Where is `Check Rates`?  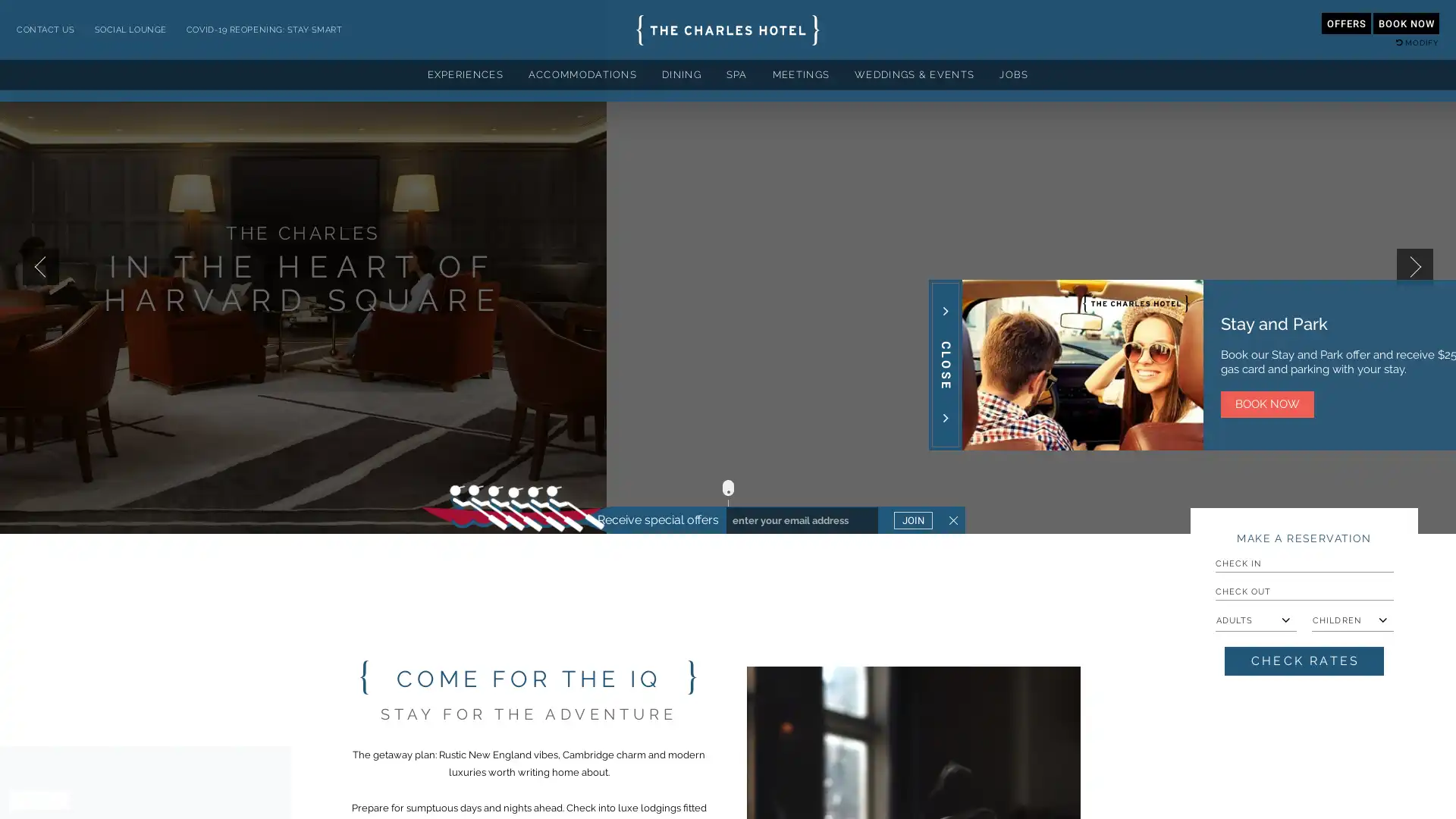
Check Rates is located at coordinates (1303, 660).